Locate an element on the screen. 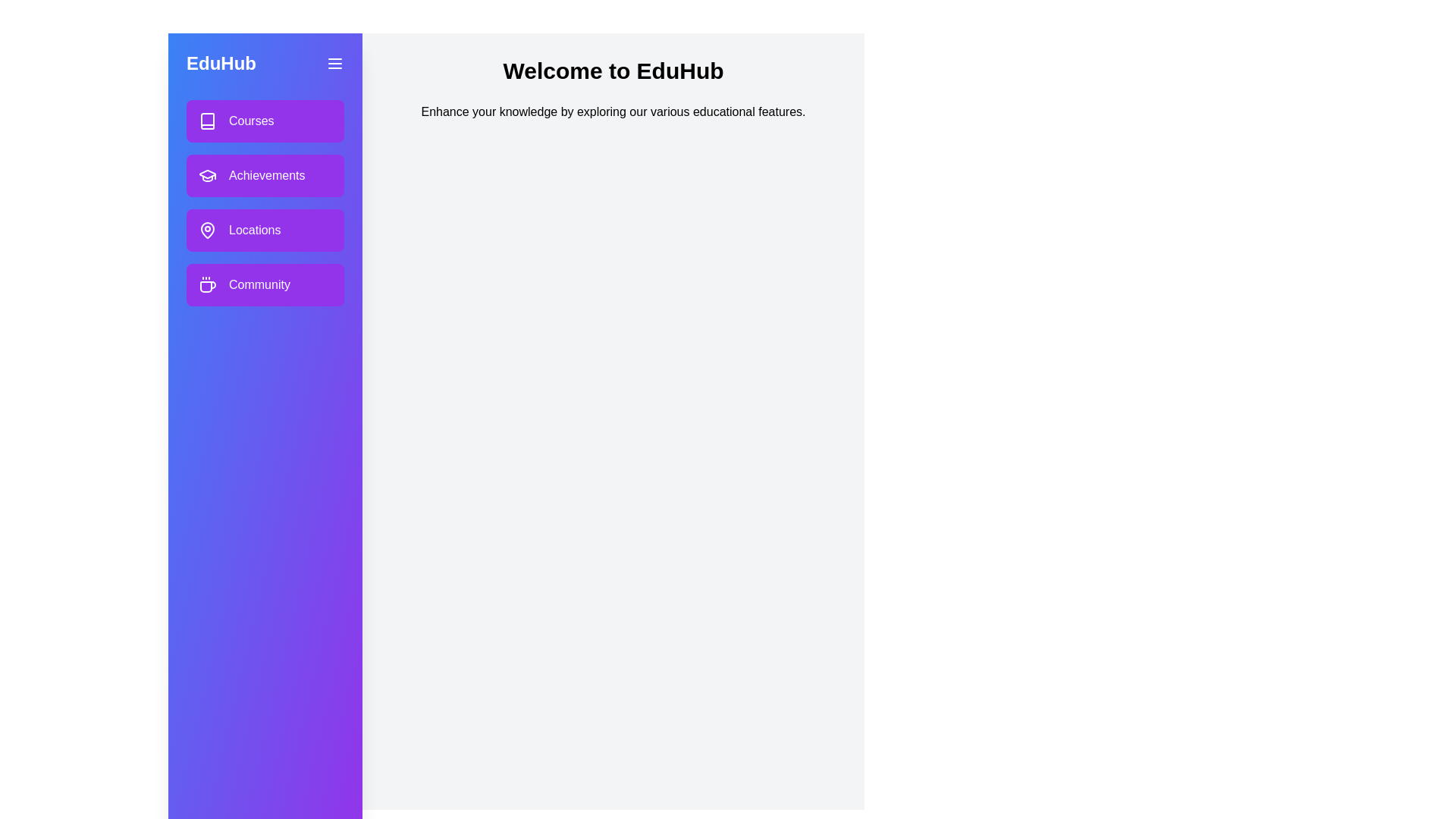 The height and width of the screenshot is (819, 1456). the section labeled Achievements to observe the hover effect is located at coordinates (265, 174).